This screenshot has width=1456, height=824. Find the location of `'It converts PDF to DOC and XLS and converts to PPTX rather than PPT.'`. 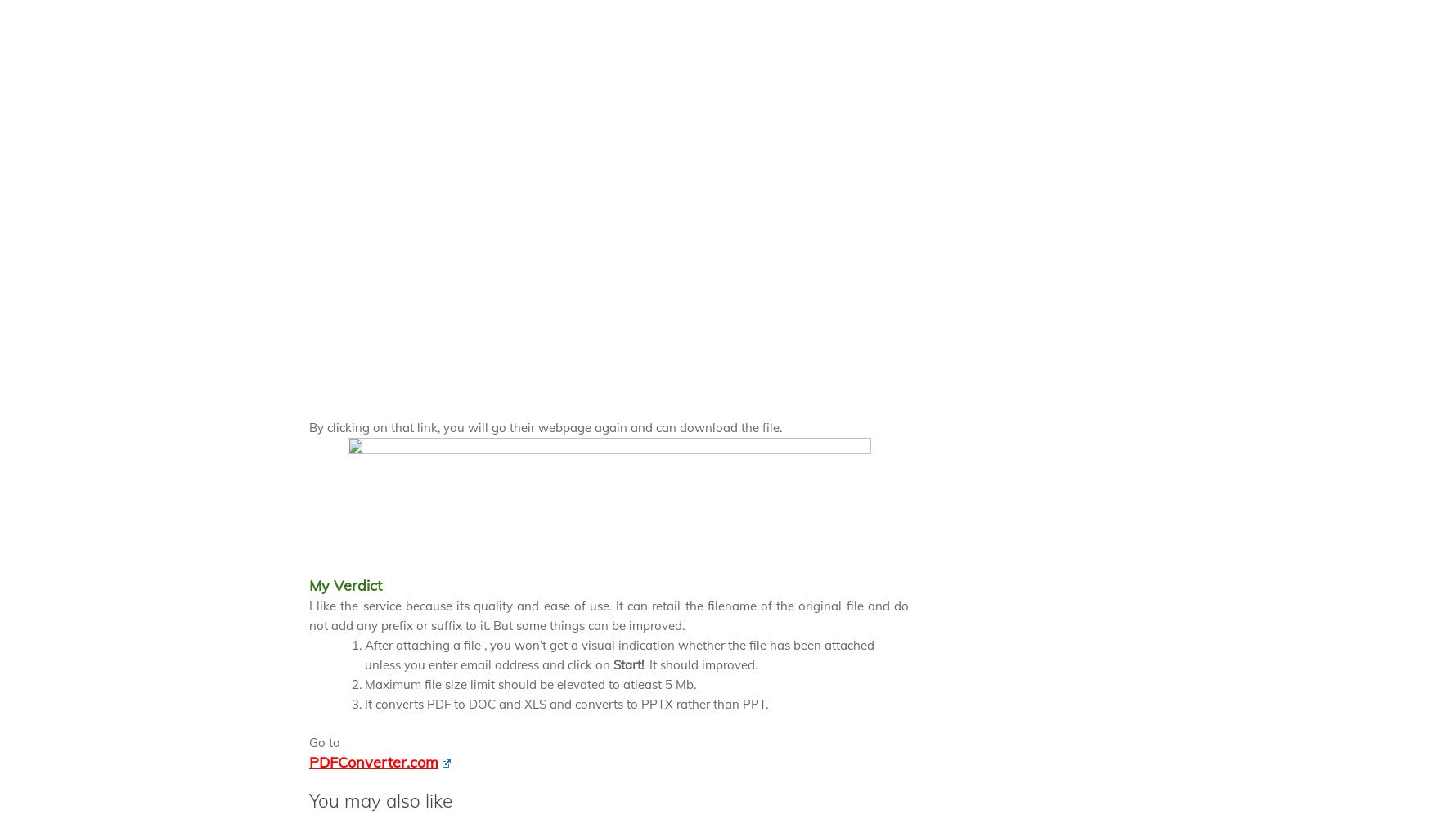

'It converts PDF to DOC and XLS and converts to PPTX rather than PPT.' is located at coordinates (564, 703).